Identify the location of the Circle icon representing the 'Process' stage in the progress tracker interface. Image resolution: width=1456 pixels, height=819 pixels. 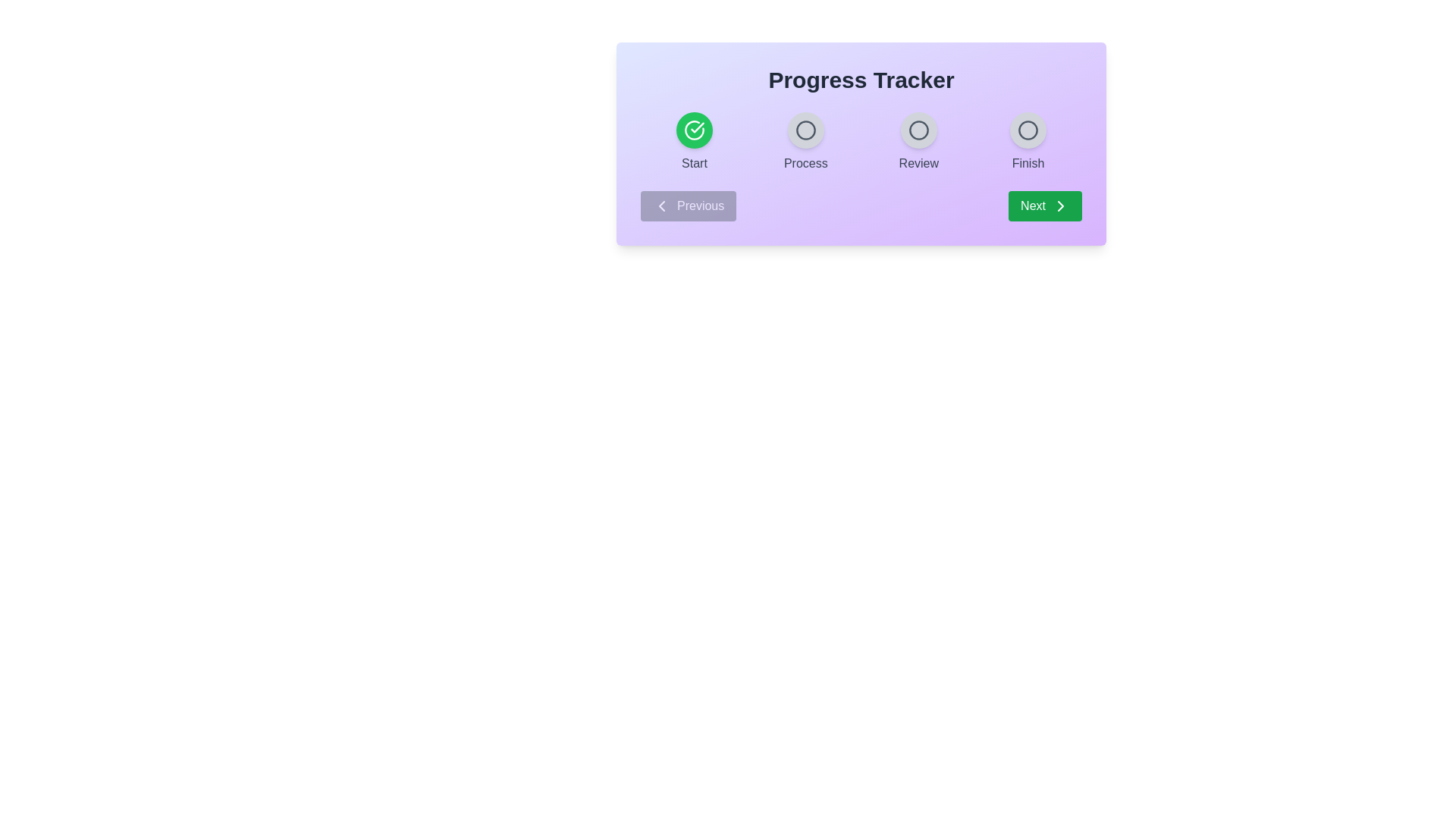
(805, 130).